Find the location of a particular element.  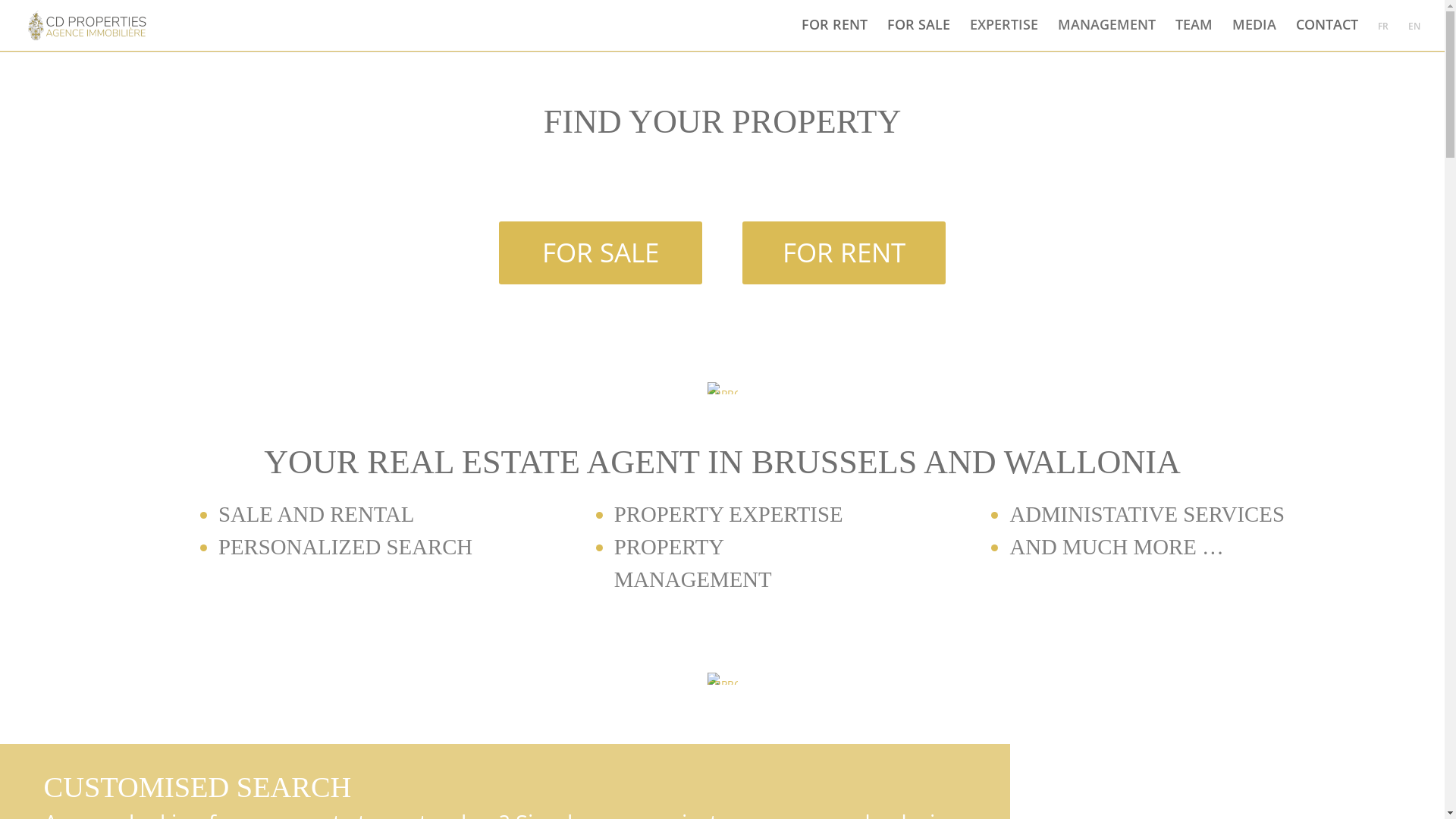

'CDPROPERTIES_IMMOBILIER_next-01-01-01' is located at coordinates (720, 388).